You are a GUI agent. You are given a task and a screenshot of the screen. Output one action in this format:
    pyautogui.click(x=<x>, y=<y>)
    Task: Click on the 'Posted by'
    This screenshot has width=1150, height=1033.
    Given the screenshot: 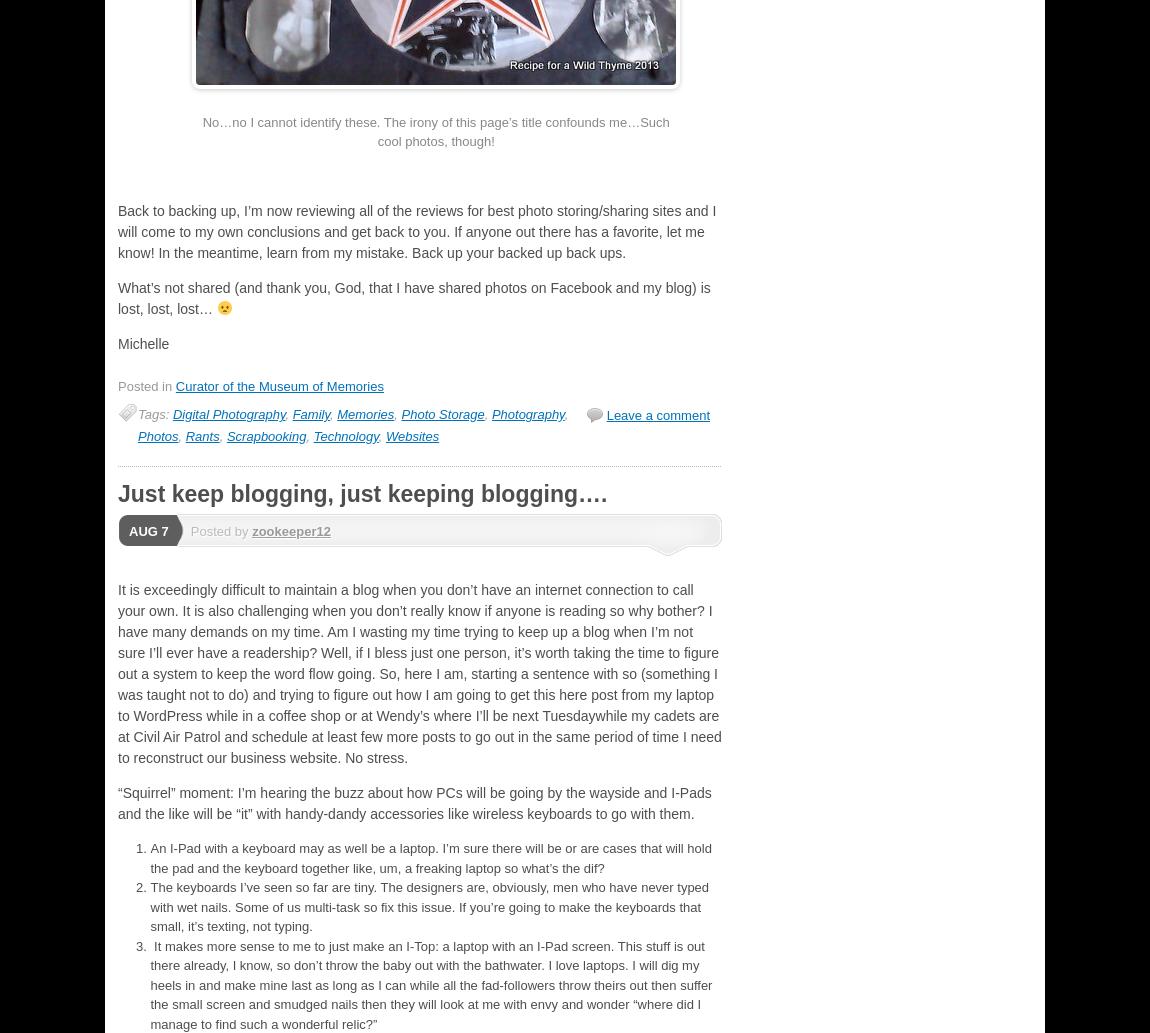 What is the action you would take?
    pyautogui.click(x=220, y=530)
    